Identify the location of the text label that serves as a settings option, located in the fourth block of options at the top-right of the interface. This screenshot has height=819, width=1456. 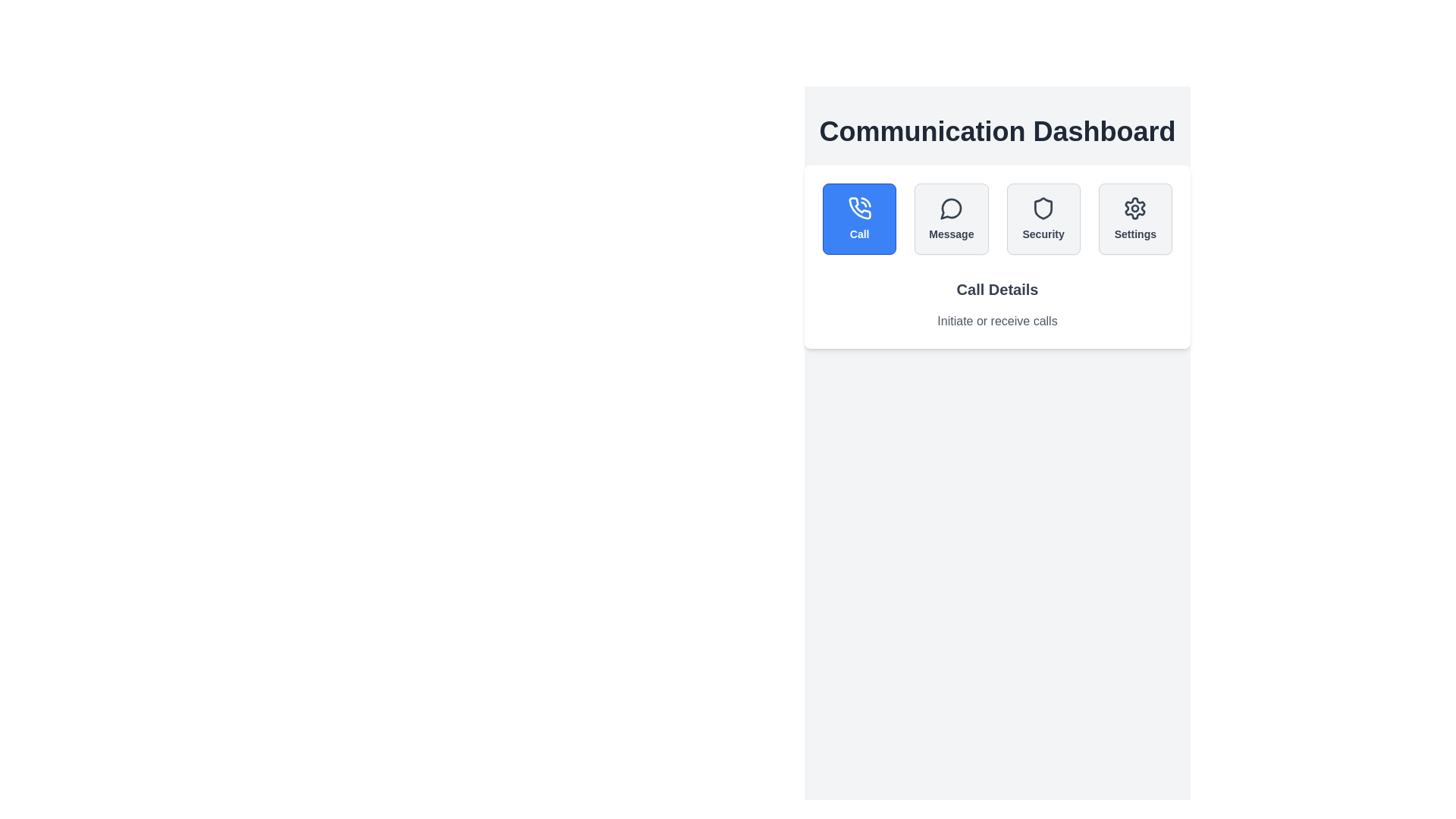
(1135, 234).